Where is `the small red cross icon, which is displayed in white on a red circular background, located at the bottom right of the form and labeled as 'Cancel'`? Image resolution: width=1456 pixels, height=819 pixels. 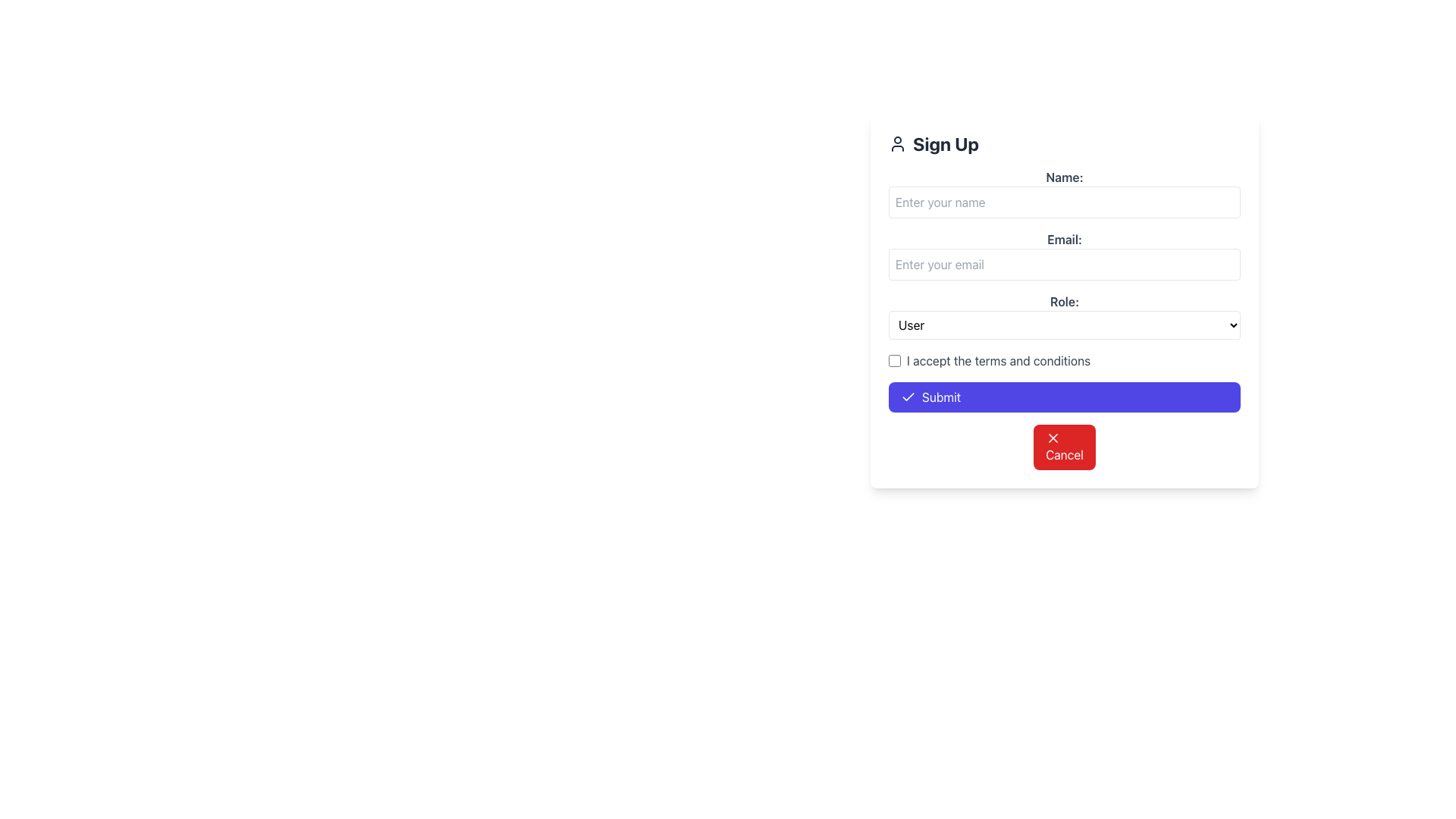
the small red cross icon, which is displayed in white on a red circular background, located at the bottom right of the form and labeled as 'Cancel' is located at coordinates (1053, 438).